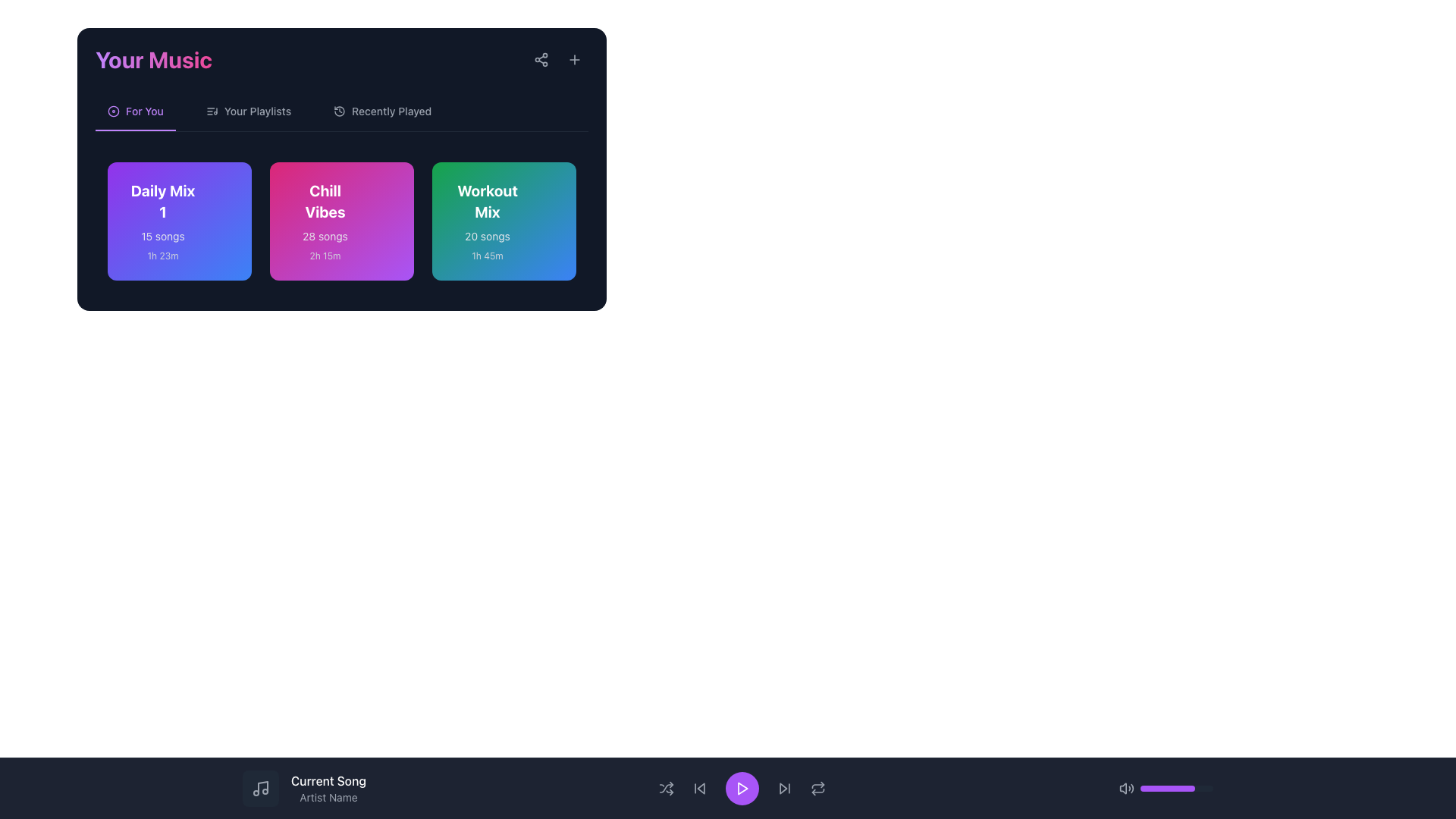  What do you see at coordinates (324, 256) in the screenshot?
I see `text '2h 15m' displayed in a small light gray font within the pink gradient square card under the title 'Chill Vibes'` at bounding box center [324, 256].